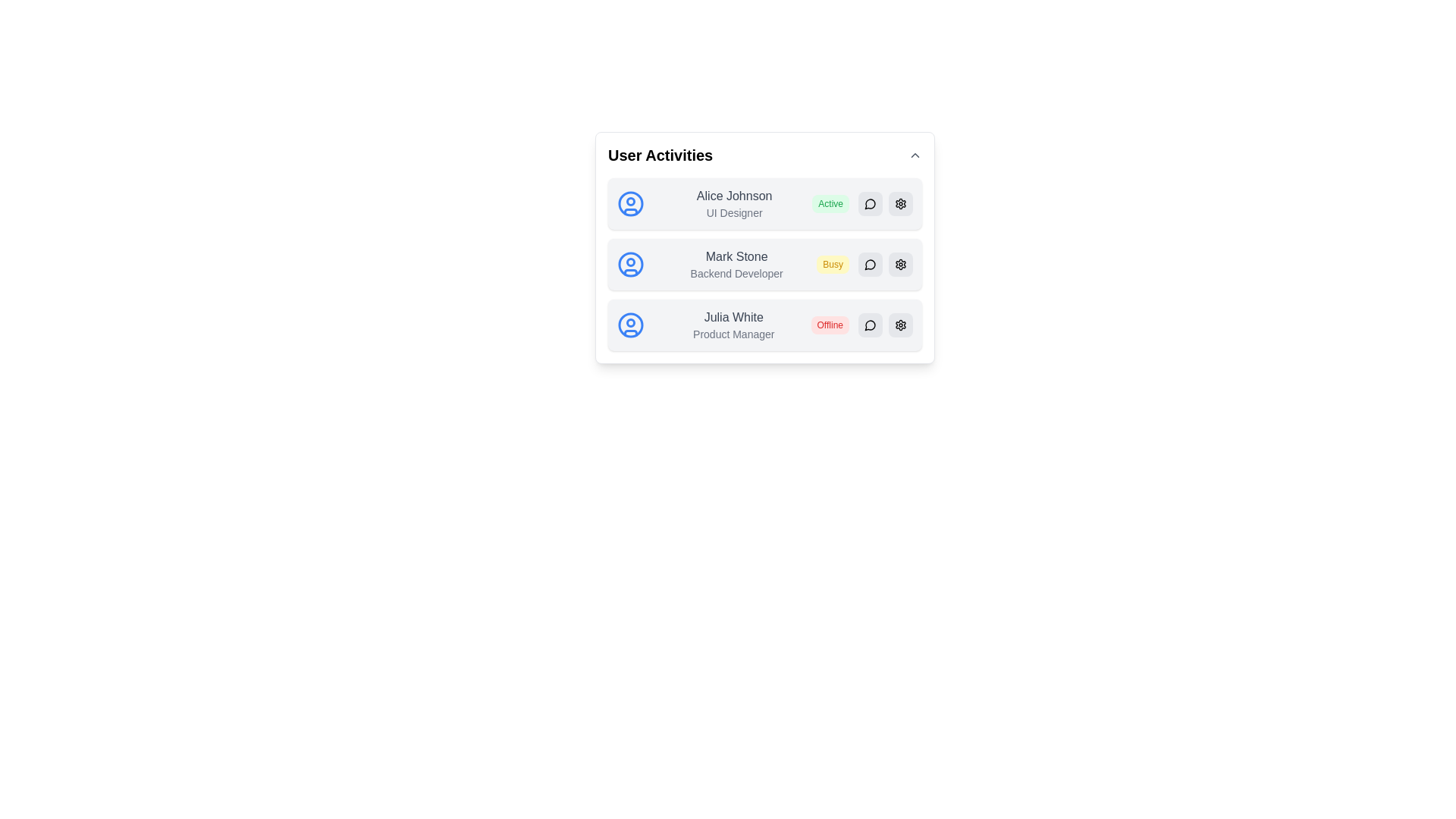 Image resolution: width=1456 pixels, height=819 pixels. I want to click on the circular graphical element representing the user avatar of Mark Stone, so click(630, 263).